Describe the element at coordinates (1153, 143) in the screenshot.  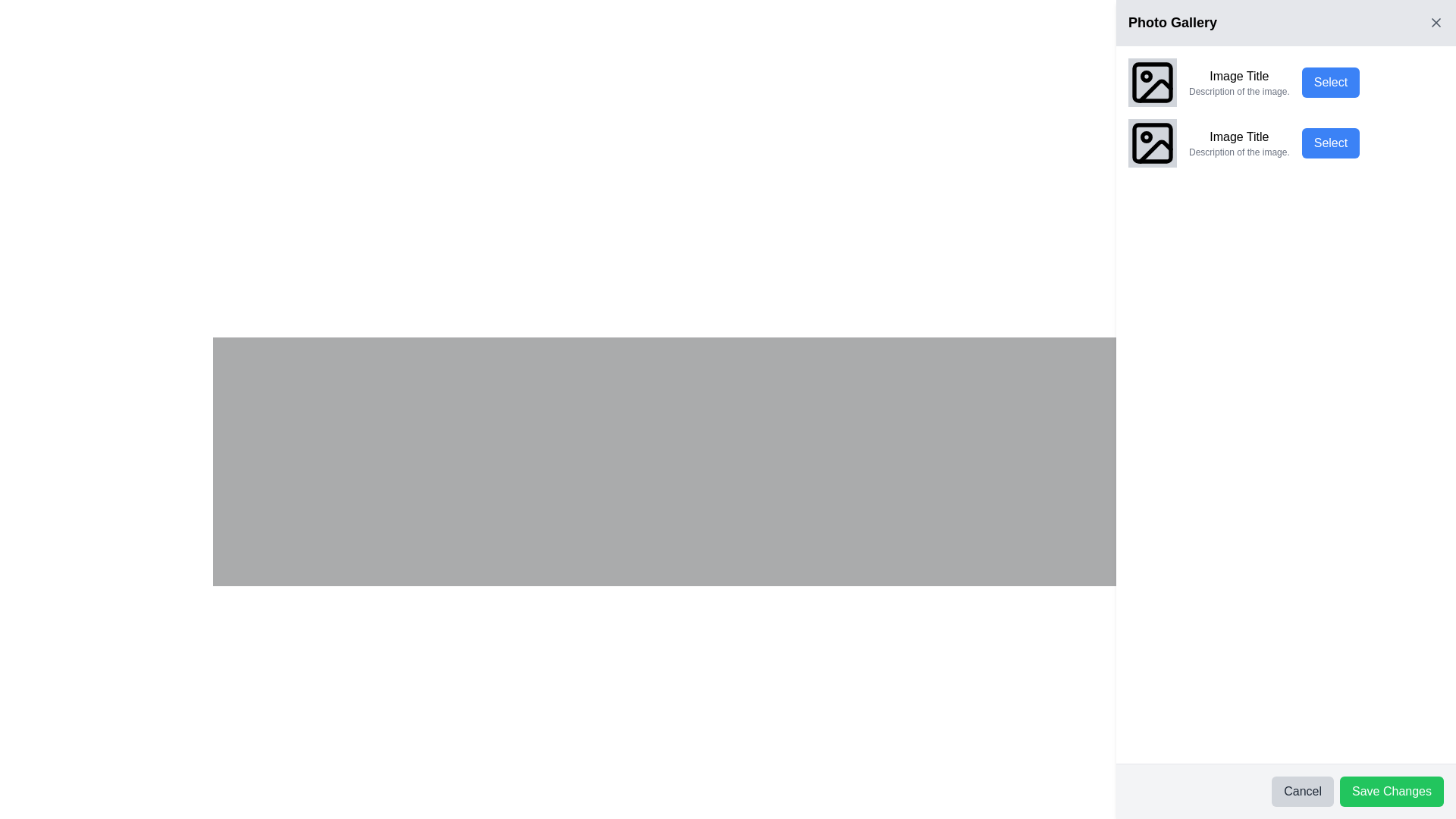
I see `the image preview icon for the list item titled 'Image Title' in the 'Photo Gallery' panel, which is the second item in the list` at that location.